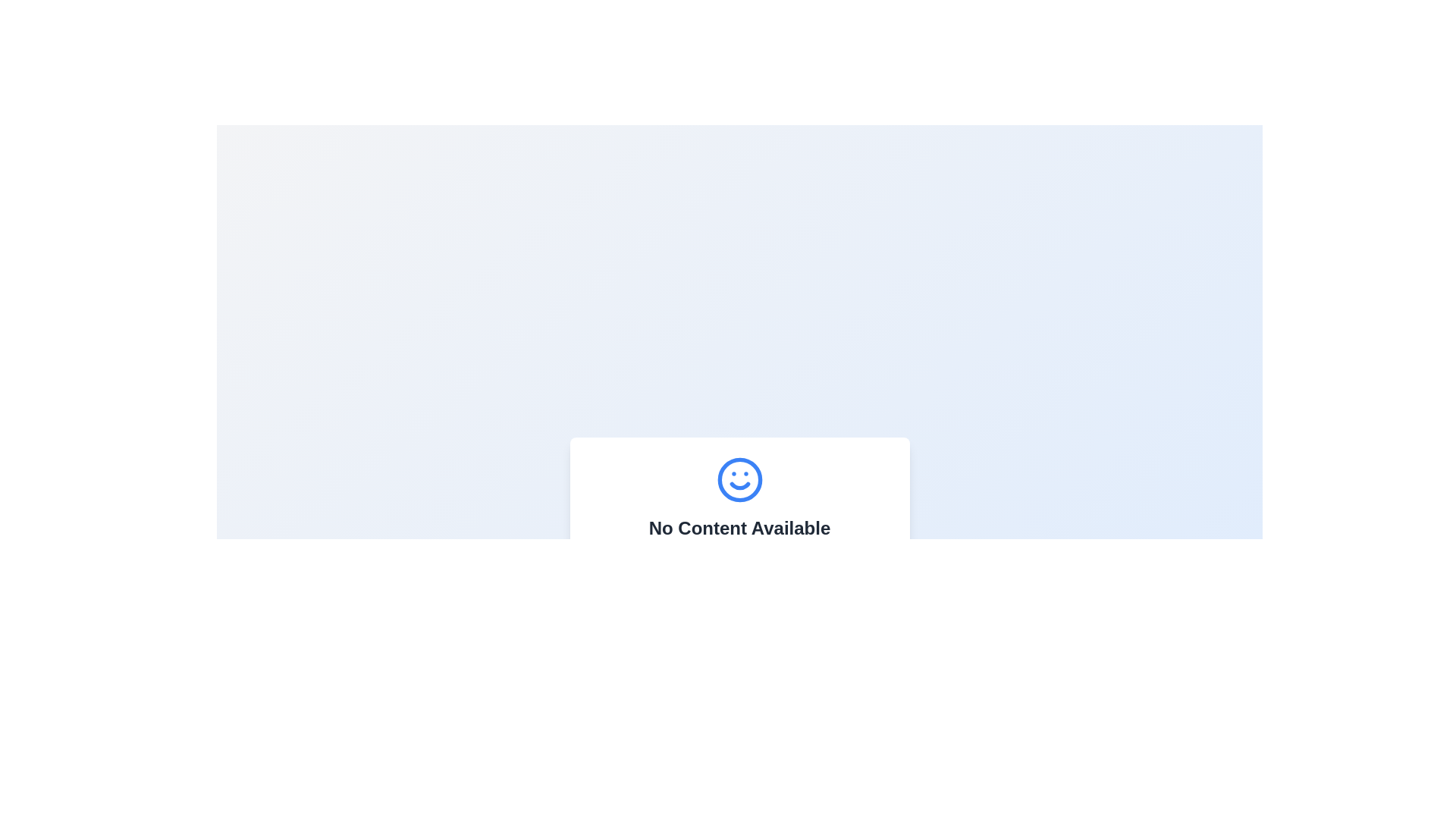 This screenshot has height=819, width=1456. What do you see at coordinates (739, 485) in the screenshot?
I see `the arc-shaped graphical component of the smiley face icon, which features a blue outline and is located at the bottom-center part of the interface, below the eyes` at bounding box center [739, 485].